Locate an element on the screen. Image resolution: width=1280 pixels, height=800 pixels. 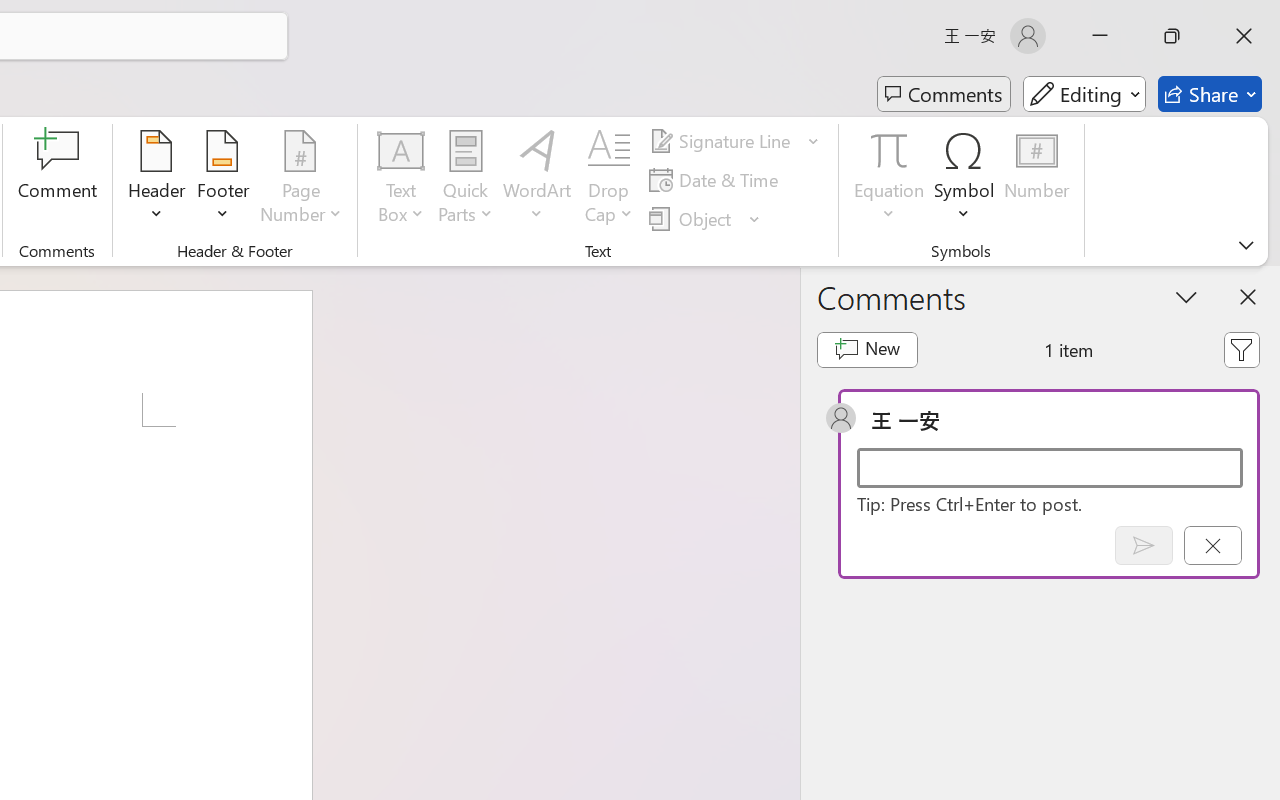
'Quick Parts' is located at coordinates (464, 179).